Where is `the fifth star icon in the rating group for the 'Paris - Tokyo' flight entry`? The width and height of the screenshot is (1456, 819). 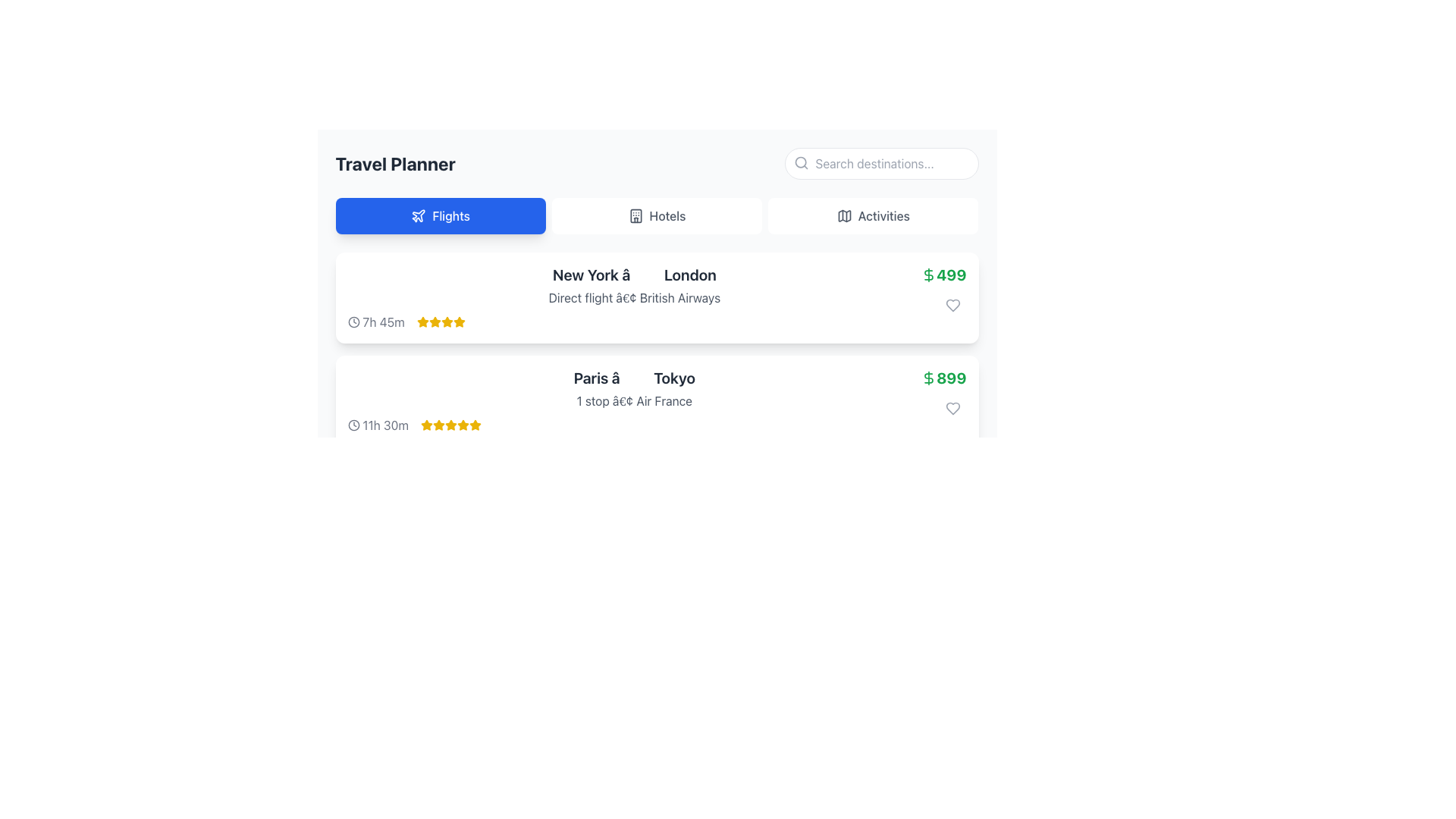
the fifth star icon in the rating group for the 'Paris - Tokyo' flight entry is located at coordinates (475, 425).